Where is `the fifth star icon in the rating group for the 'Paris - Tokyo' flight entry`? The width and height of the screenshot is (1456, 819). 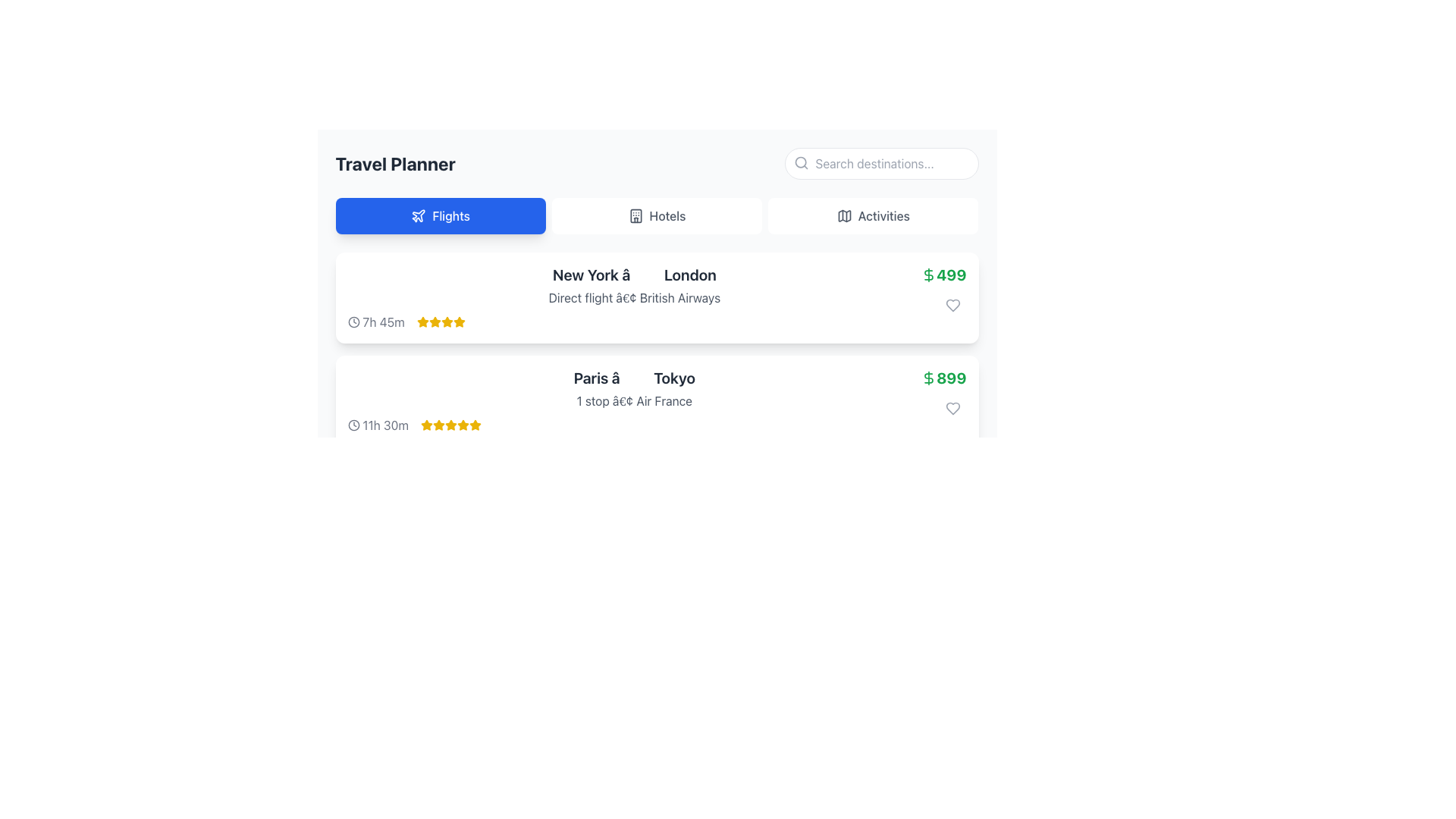
the fifth star icon in the rating group for the 'Paris - Tokyo' flight entry is located at coordinates (475, 425).